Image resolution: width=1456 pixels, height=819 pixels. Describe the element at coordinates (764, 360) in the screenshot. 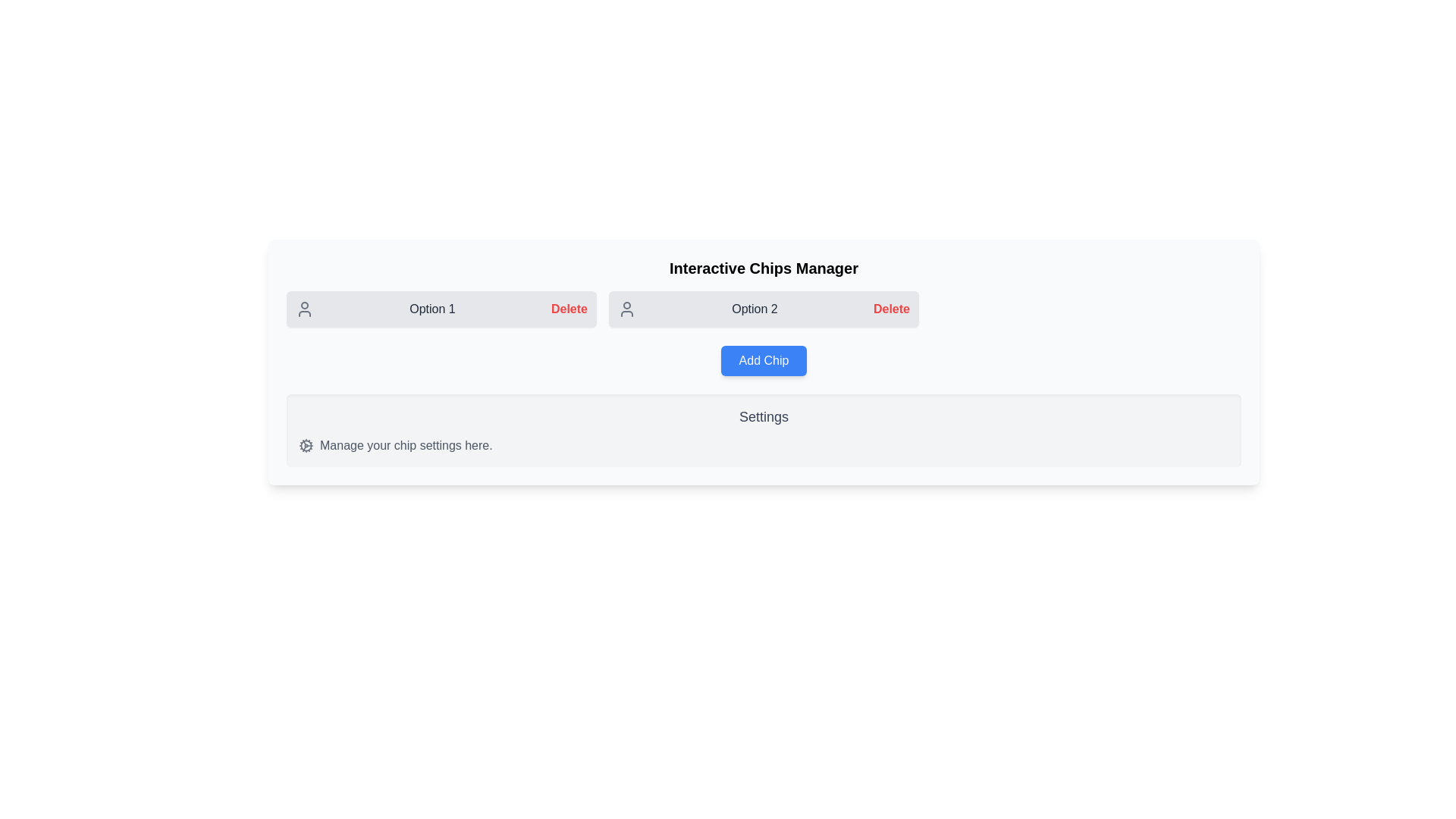

I see `the 'Add Chip' button to add a new chip` at that location.